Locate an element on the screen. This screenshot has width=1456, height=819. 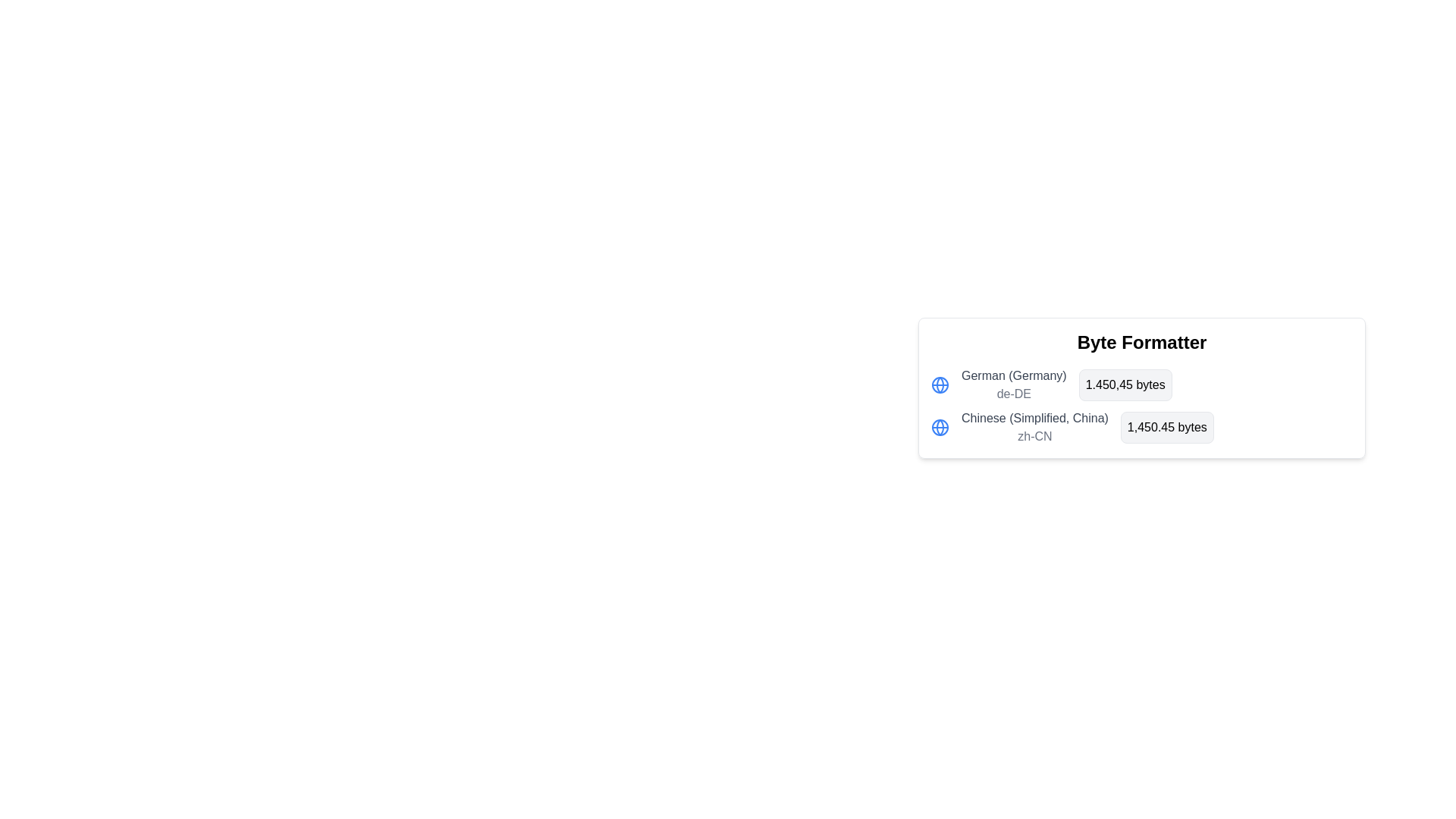
the static text label displaying 'zh-CN', which is styled in light gray and positioned below its sibling element in a vertical list indicating localization is located at coordinates (1034, 436).